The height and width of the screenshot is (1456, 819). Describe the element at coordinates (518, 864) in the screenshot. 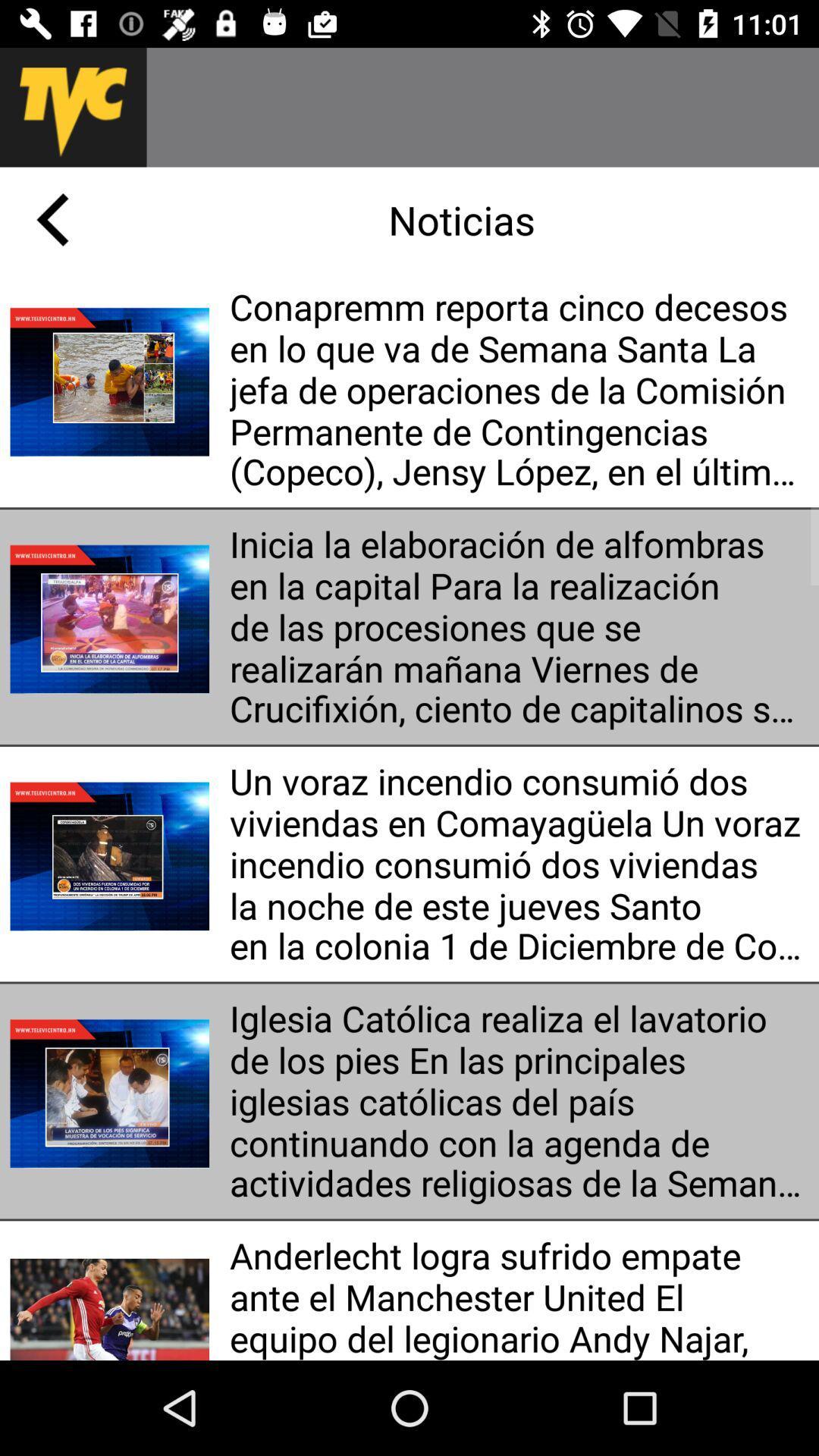

I see `the un voraz incendio app` at that location.